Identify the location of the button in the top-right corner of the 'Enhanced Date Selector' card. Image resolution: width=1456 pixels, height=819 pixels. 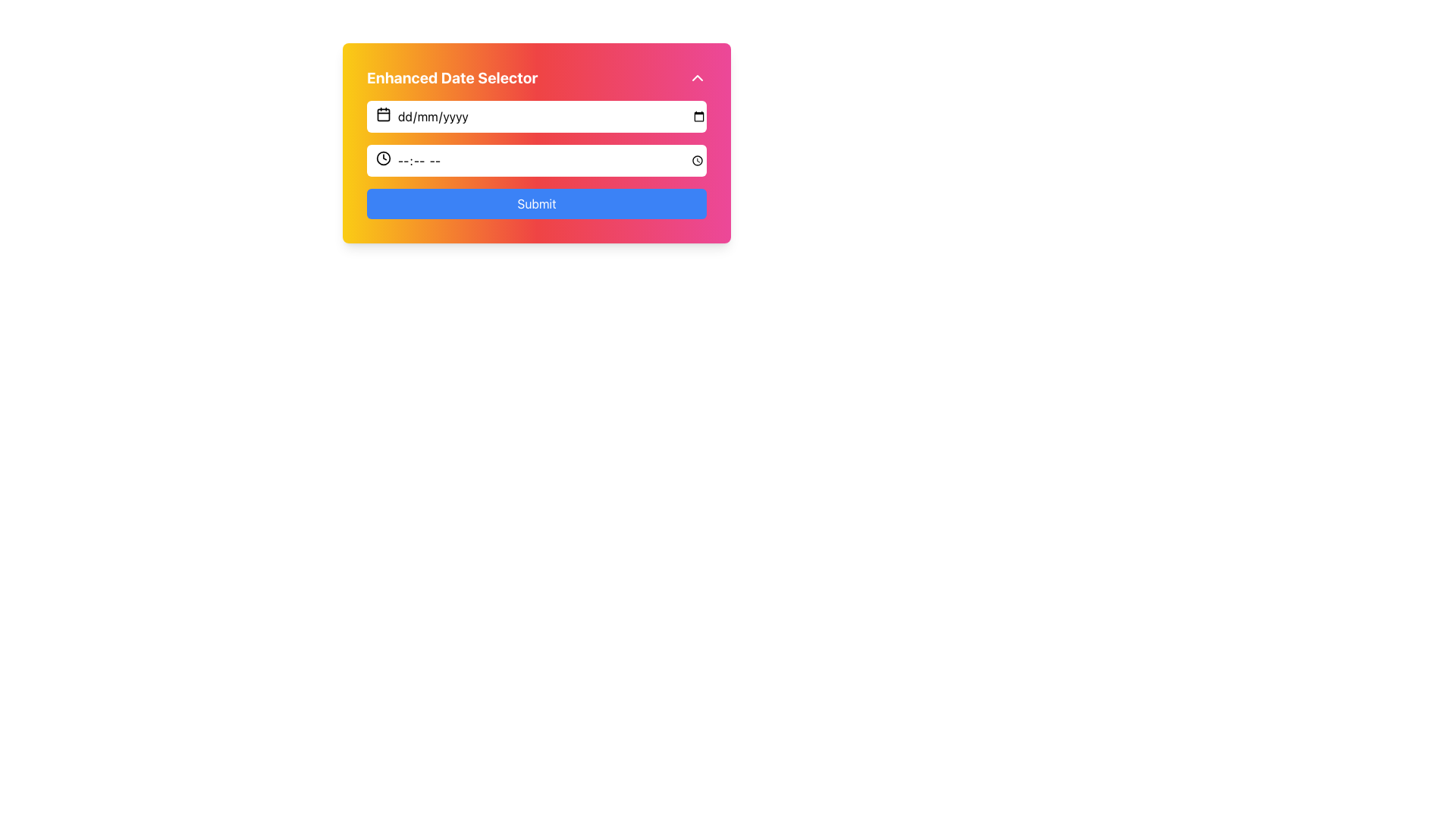
(697, 78).